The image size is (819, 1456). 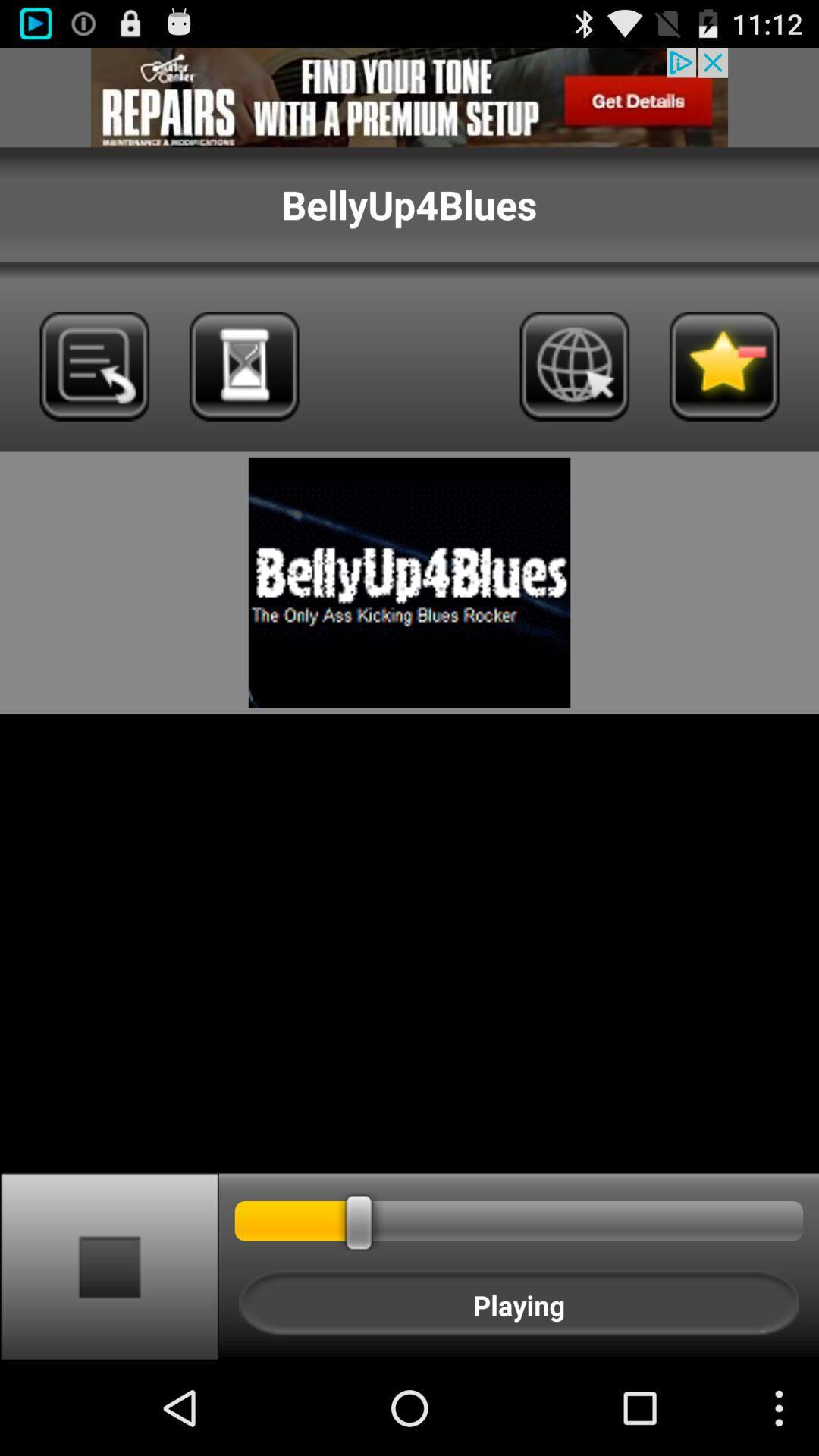 I want to click on search for stations, so click(x=243, y=366).